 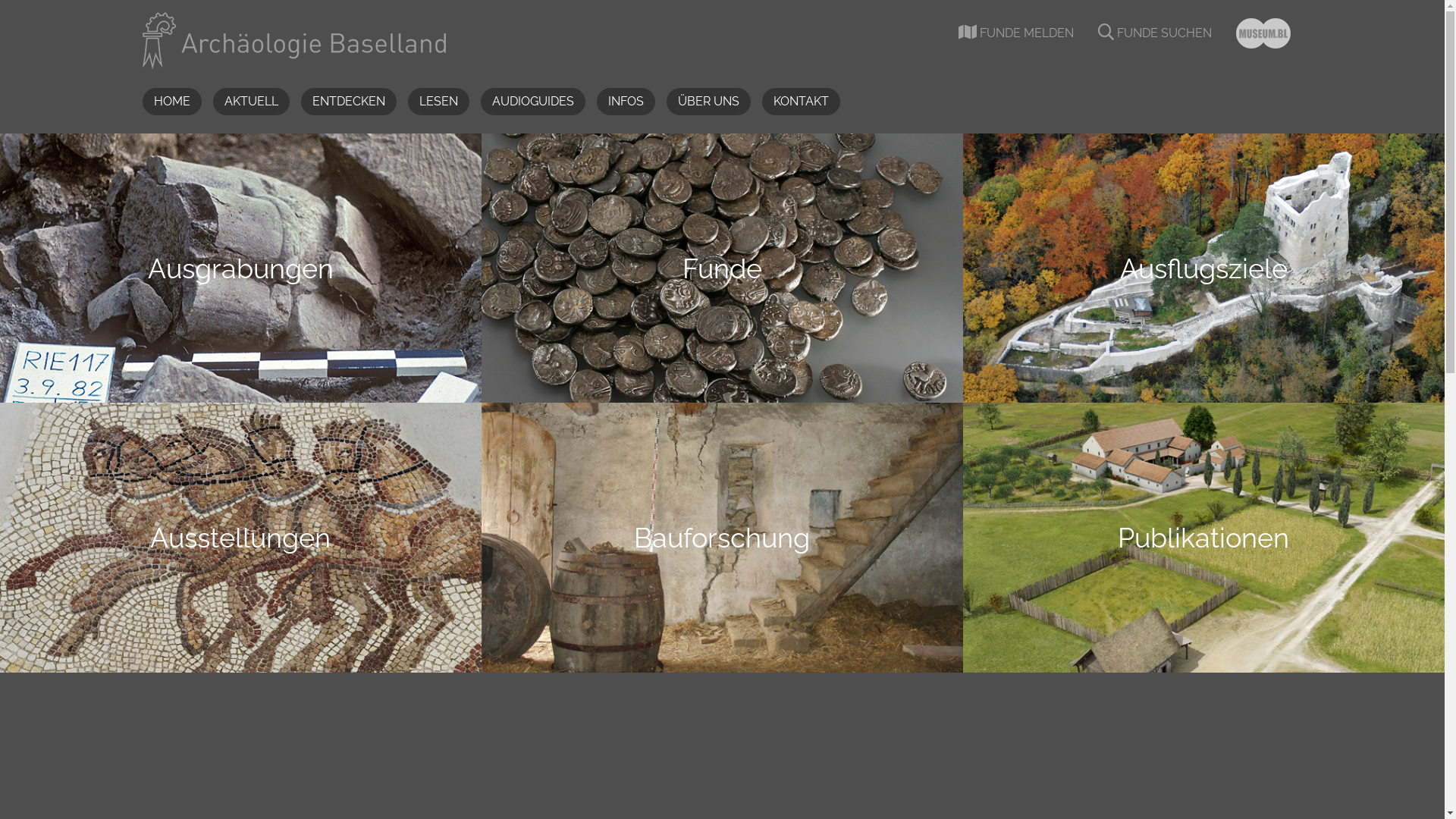 I want to click on 'HOME', so click(x=142, y=102).